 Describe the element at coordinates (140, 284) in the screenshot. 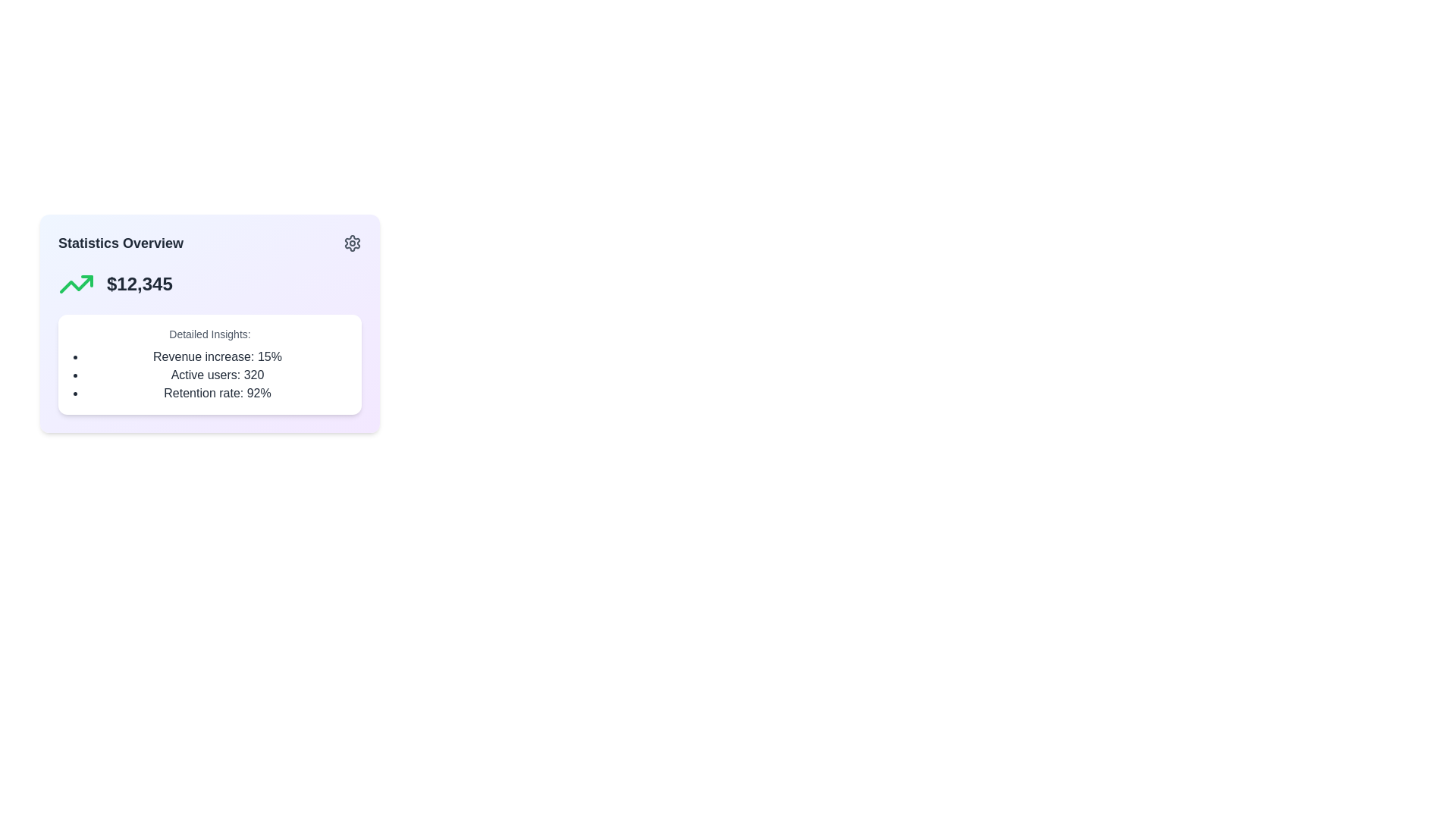

I see `the bold text displaying the amount '$12,345' in dark-gray color within the 'Statistics Overview' section` at that location.